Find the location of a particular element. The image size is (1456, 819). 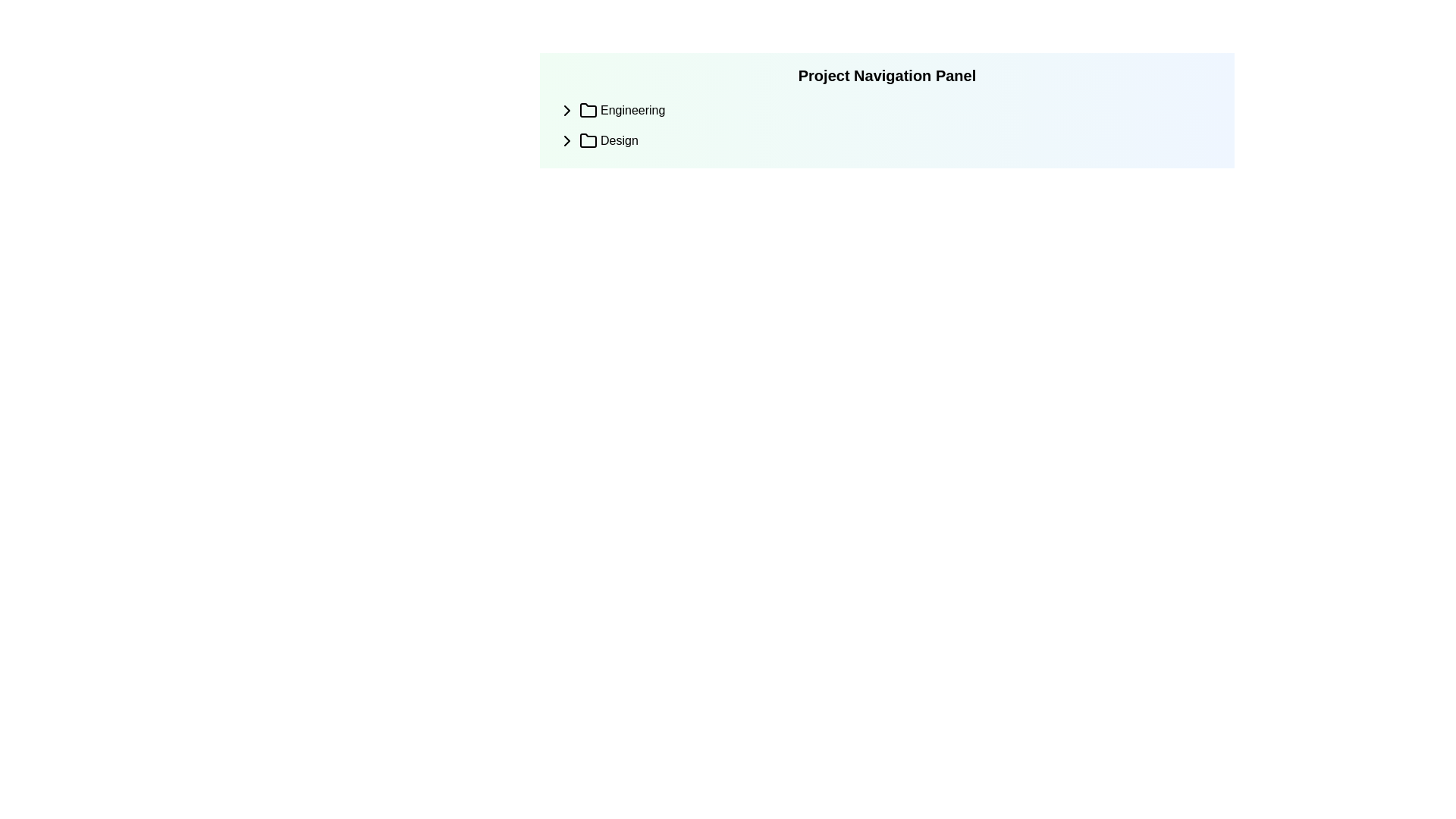

the graphical icon representing a folder in the navigation panel, located before the 'Engineering' text label is located at coordinates (588, 109).